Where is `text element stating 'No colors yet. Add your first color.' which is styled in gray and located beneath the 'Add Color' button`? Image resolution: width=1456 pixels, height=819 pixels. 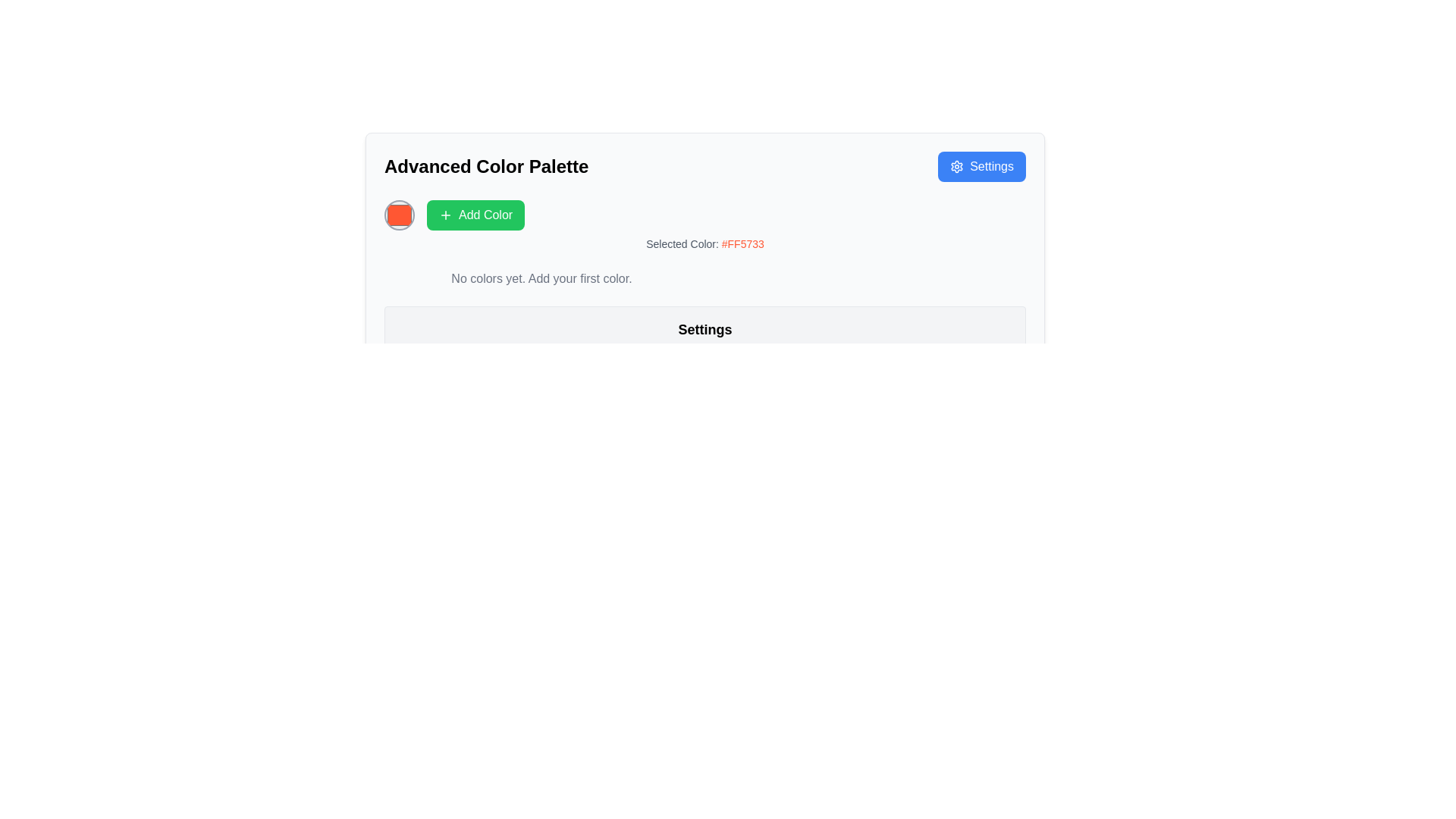 text element stating 'No colors yet. Add your first color.' which is styled in gray and located beneath the 'Add Color' button is located at coordinates (541, 278).